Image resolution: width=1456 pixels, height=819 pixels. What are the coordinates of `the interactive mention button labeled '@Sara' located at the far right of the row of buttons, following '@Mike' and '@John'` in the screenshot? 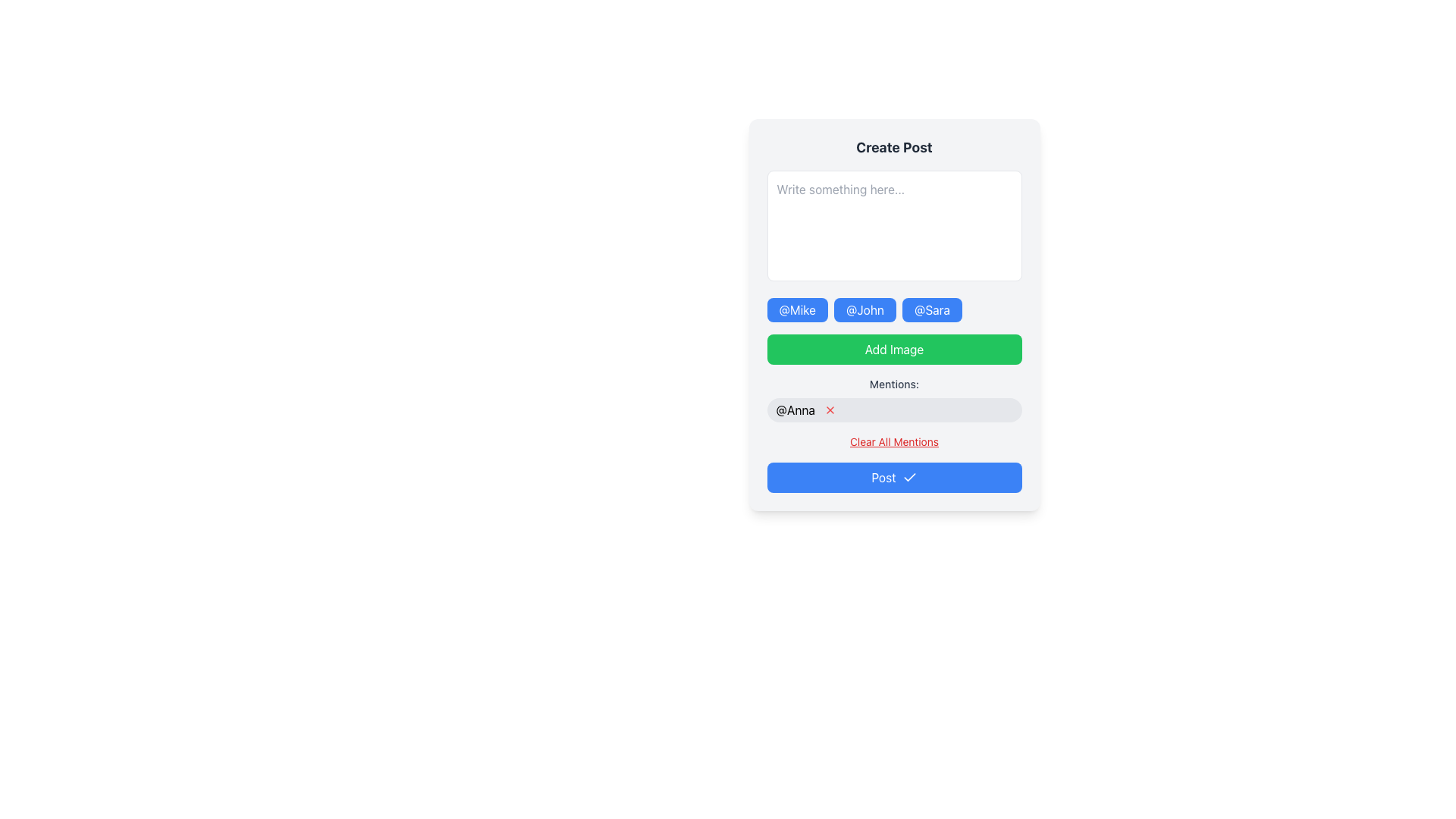 It's located at (930, 309).